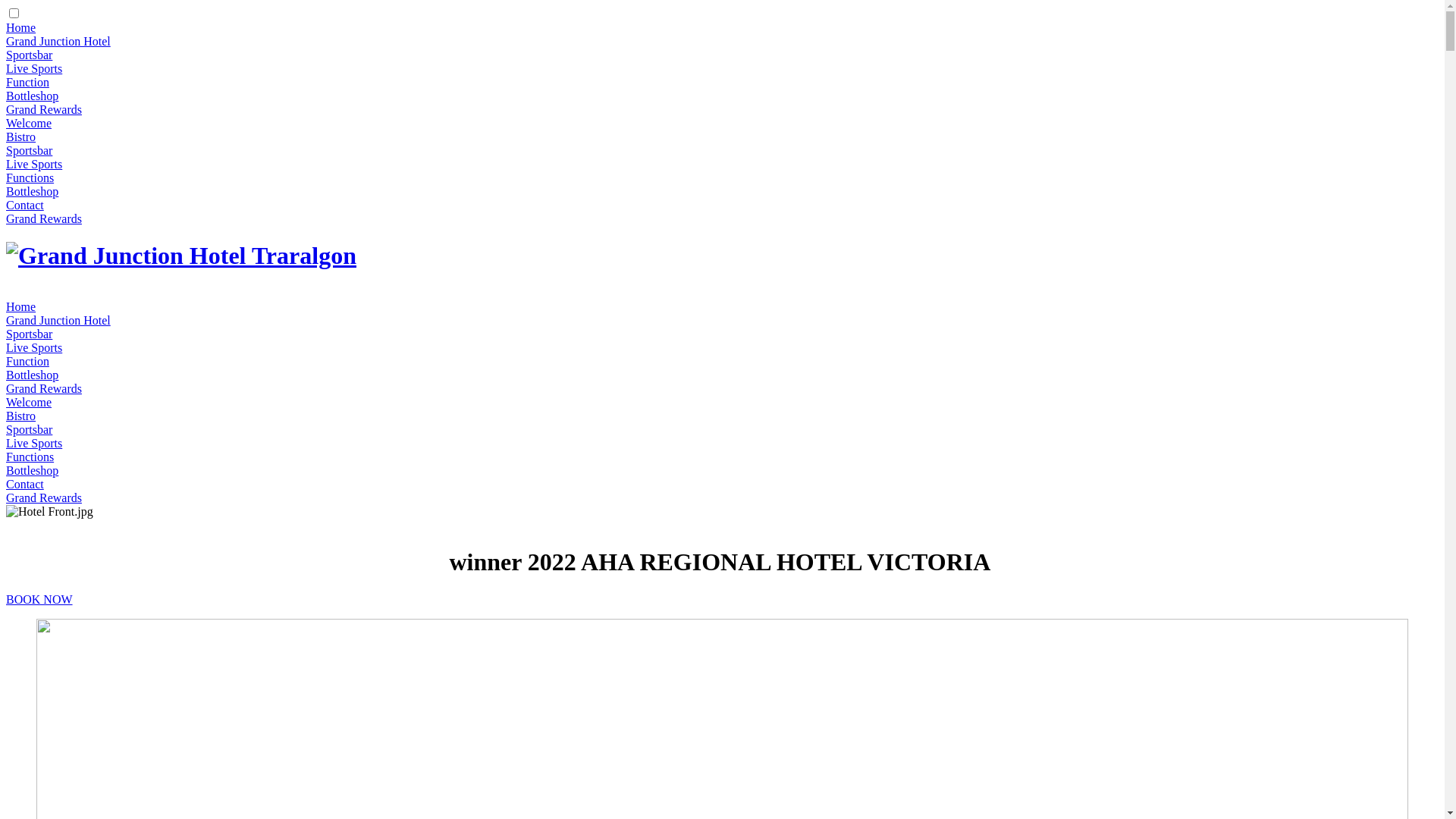 The width and height of the screenshot is (1456, 819). What do you see at coordinates (27, 82) in the screenshot?
I see `'Function'` at bounding box center [27, 82].